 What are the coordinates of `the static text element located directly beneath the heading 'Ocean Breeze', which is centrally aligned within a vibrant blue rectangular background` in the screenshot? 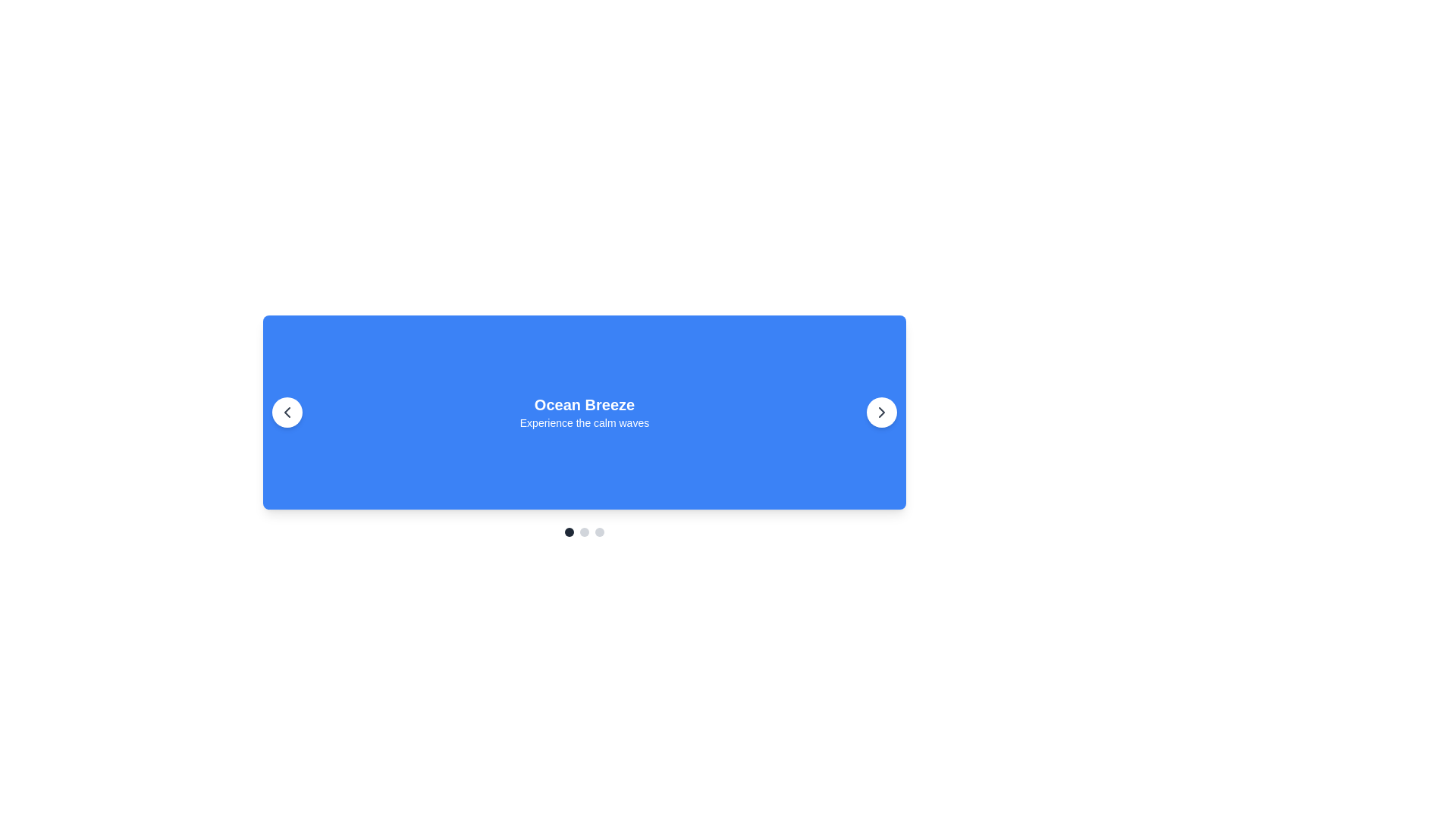 It's located at (584, 423).